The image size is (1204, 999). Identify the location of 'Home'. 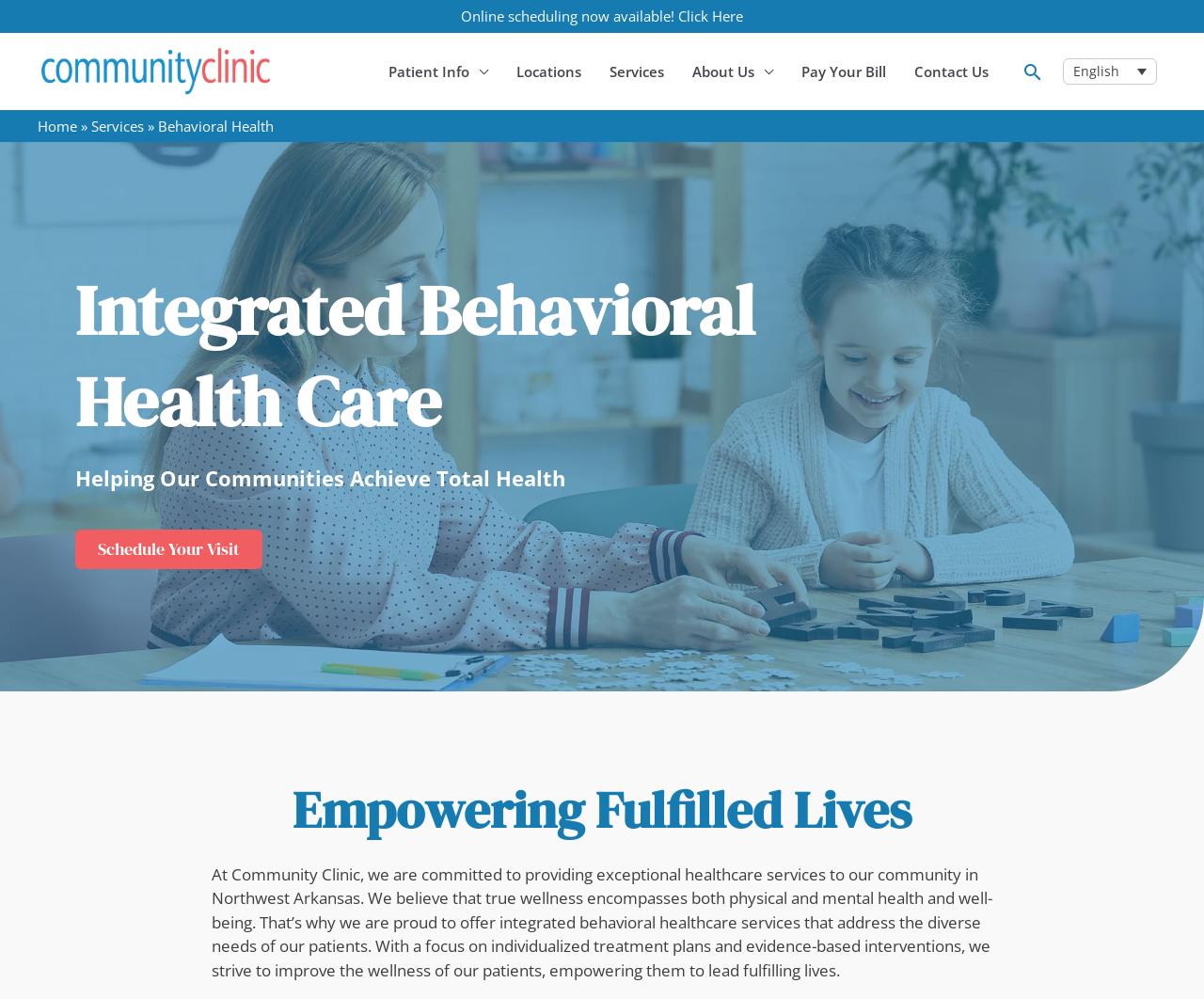
(57, 126).